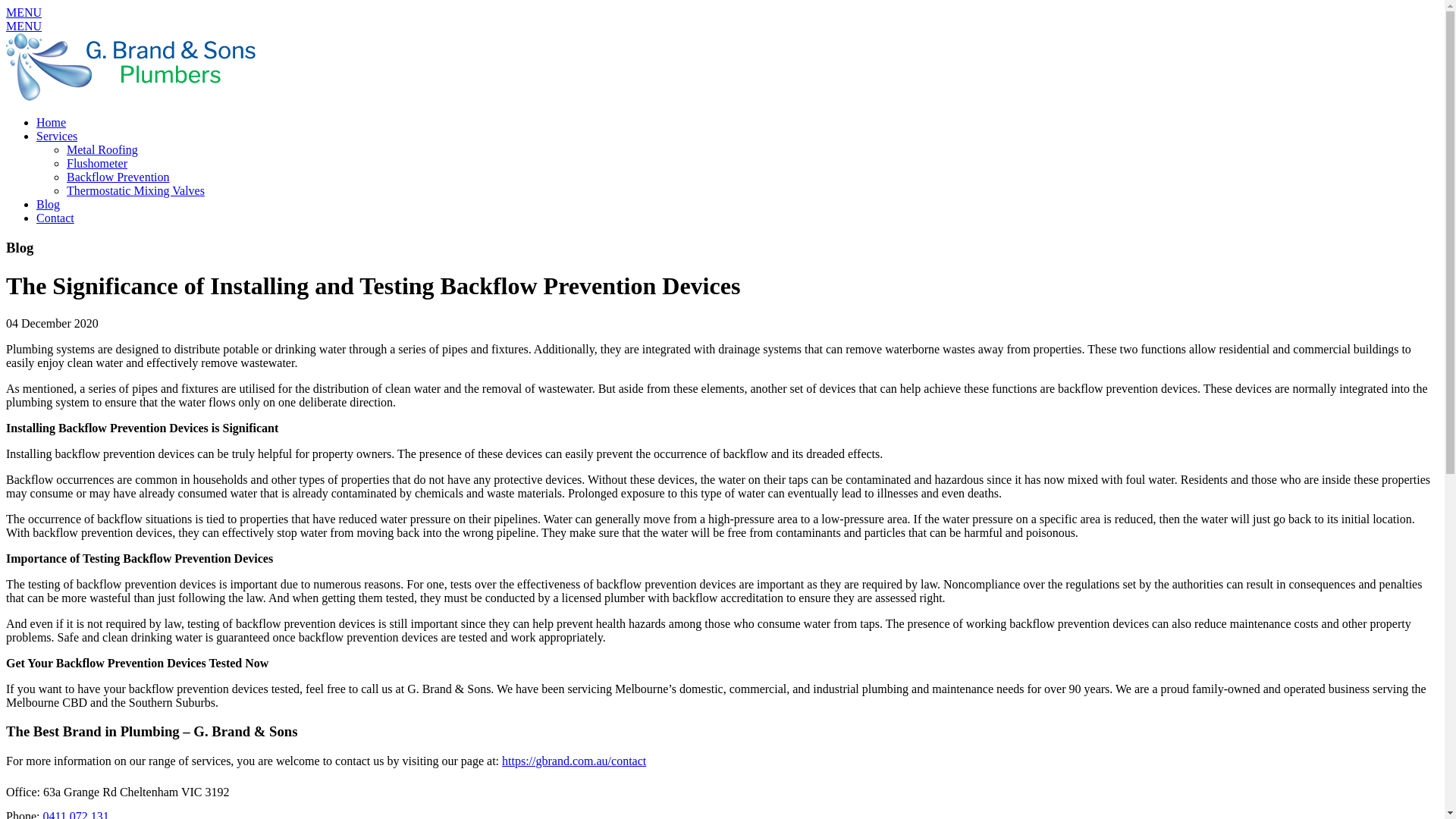 The width and height of the screenshot is (1456, 819). Describe the element at coordinates (502, 761) in the screenshot. I see `'https://gbrand.com.au/contact'` at that location.